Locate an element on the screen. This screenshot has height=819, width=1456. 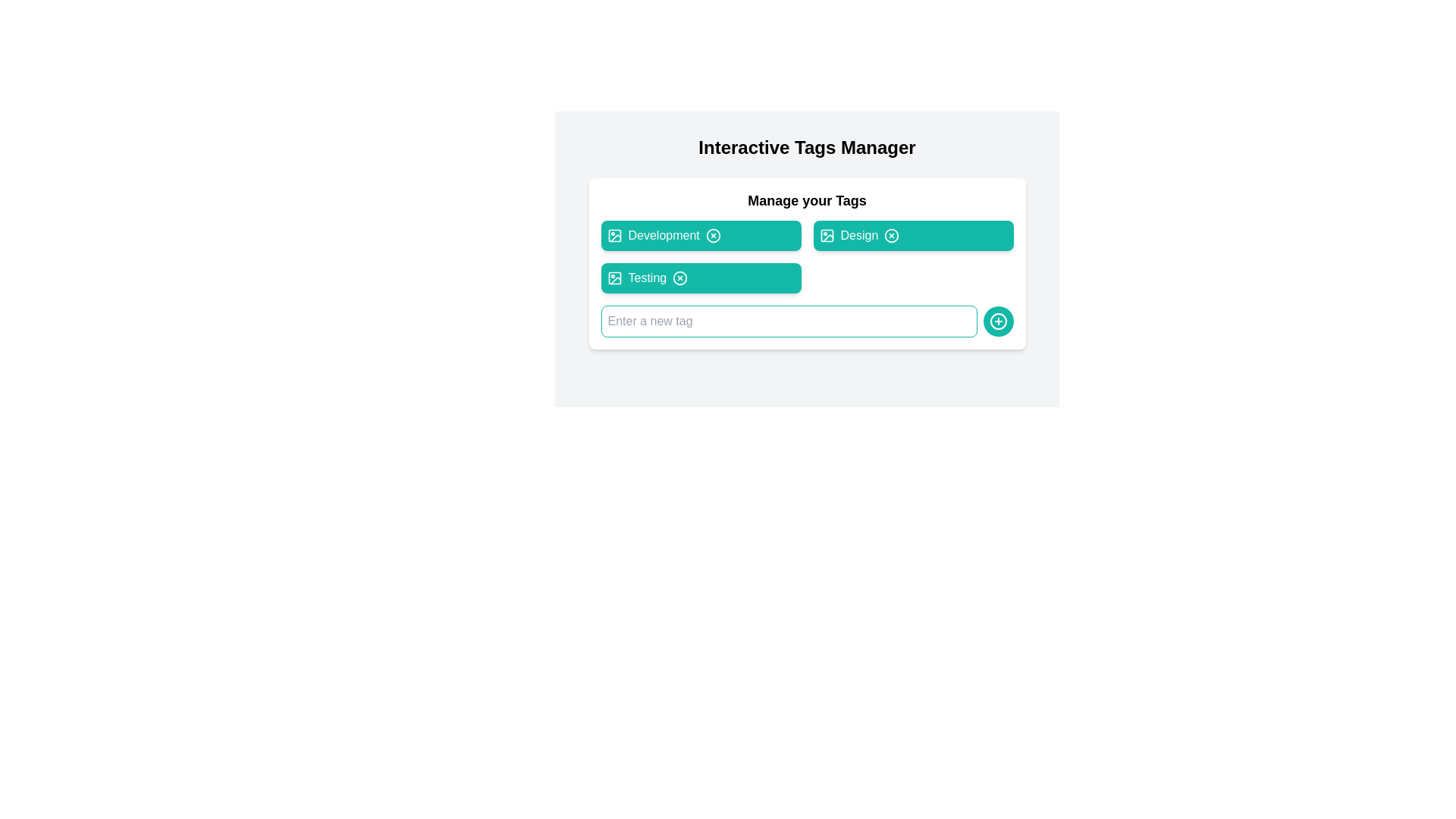
the SVG Icon representing the 'Development' tag, which is the leftmost icon in the top-left corner of the primary tags is located at coordinates (614, 236).